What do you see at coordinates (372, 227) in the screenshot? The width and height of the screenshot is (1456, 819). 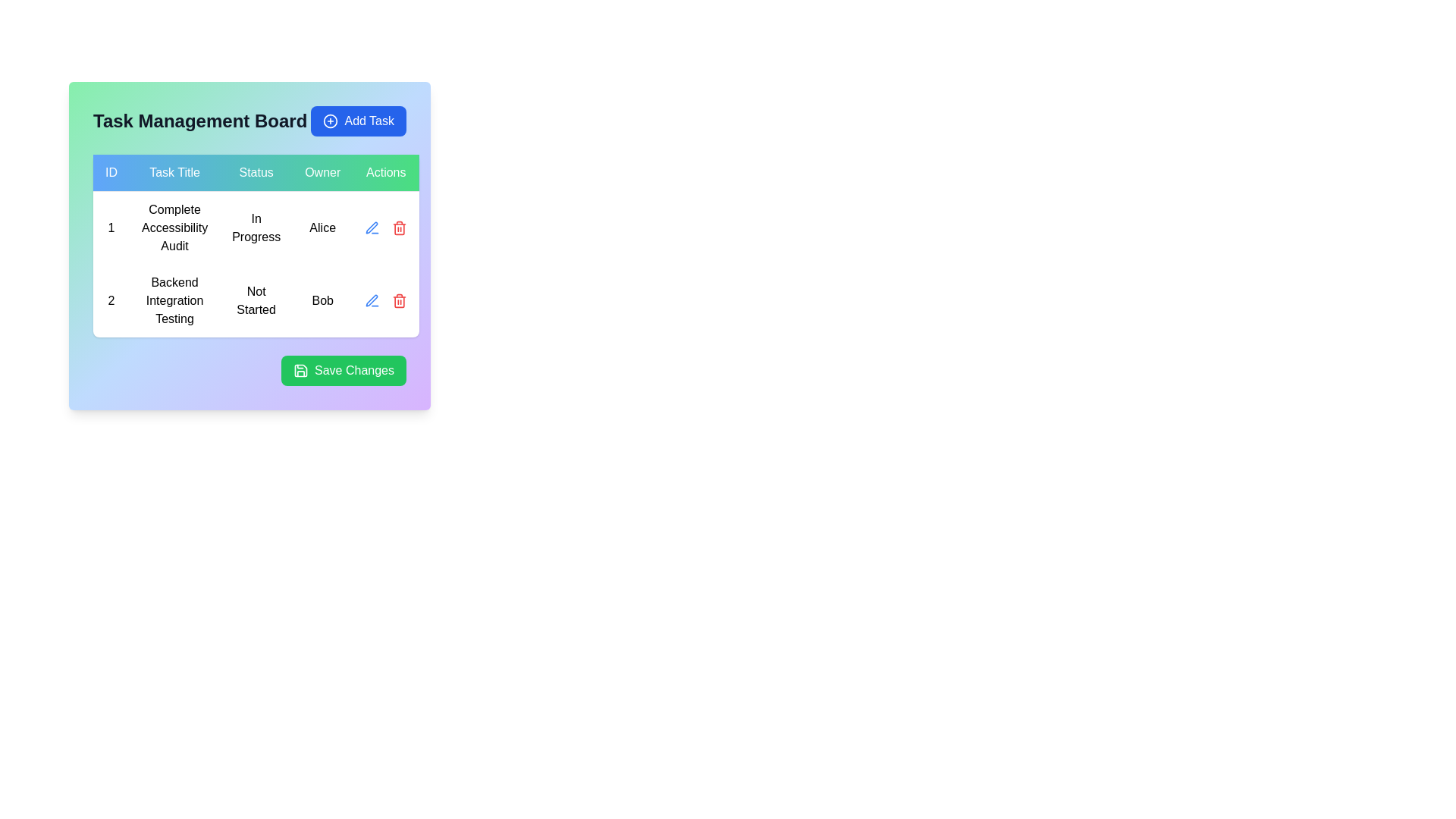 I see `the Edit icon button located in the Actions column next to the trash can icon for the task titled 'Complete Accessibility Audit' to initiate editing` at bounding box center [372, 227].